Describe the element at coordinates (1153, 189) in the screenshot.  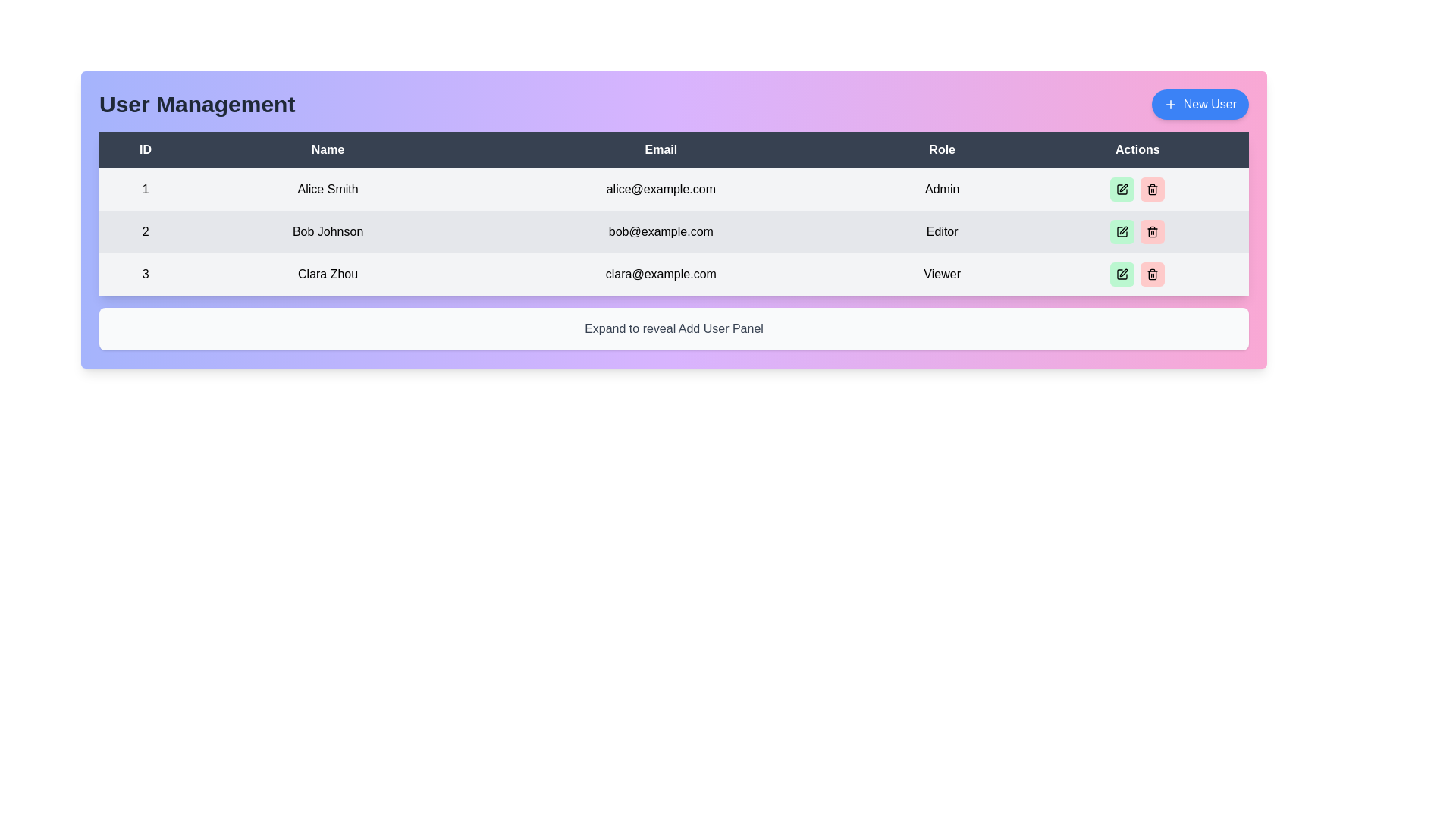
I see `the delete button located in the 'Actions' column of the first row in the user management table` at that location.